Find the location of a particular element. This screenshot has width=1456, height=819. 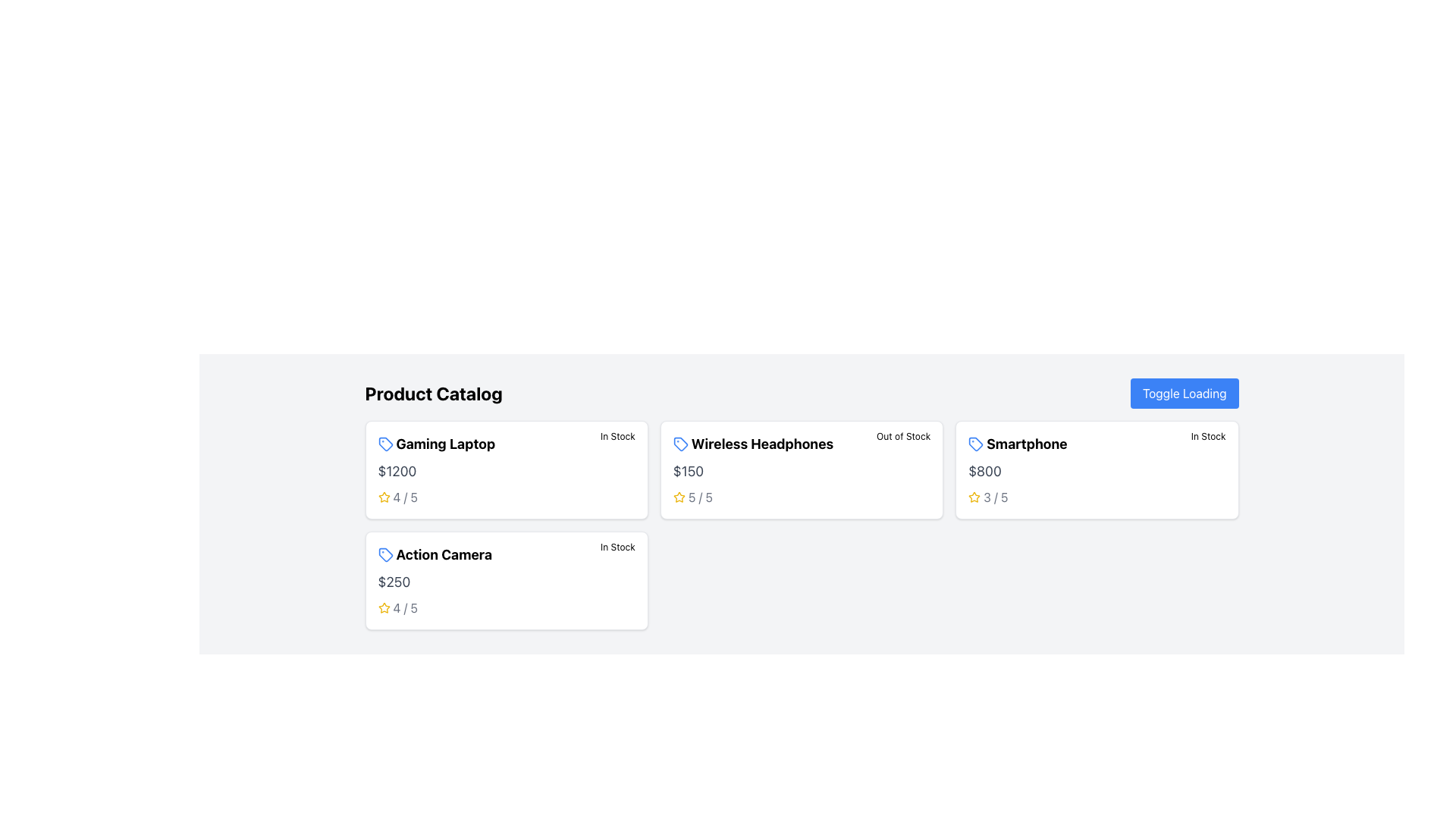

the out-of-stock badge indicating the availability status of the Wireless Headphones product located at the top-right corner of its product card is located at coordinates (903, 436).